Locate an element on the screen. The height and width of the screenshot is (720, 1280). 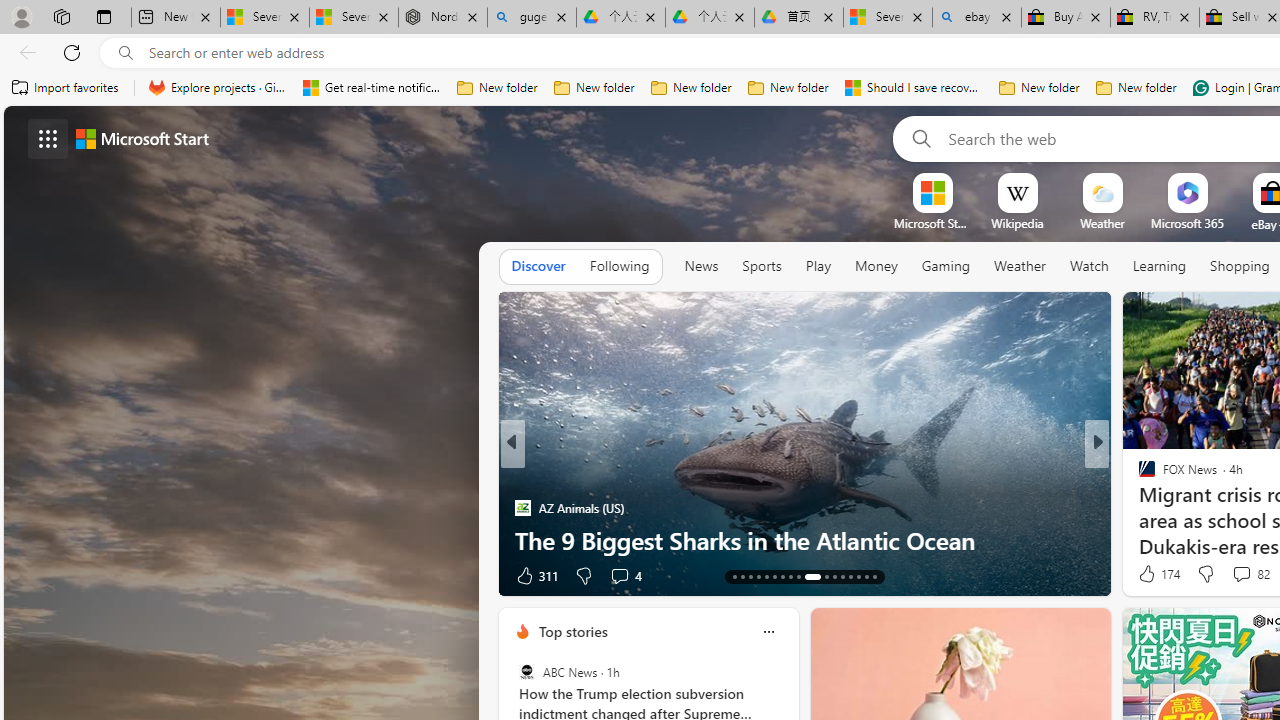
'AZ Animals (US)' is located at coordinates (522, 506).